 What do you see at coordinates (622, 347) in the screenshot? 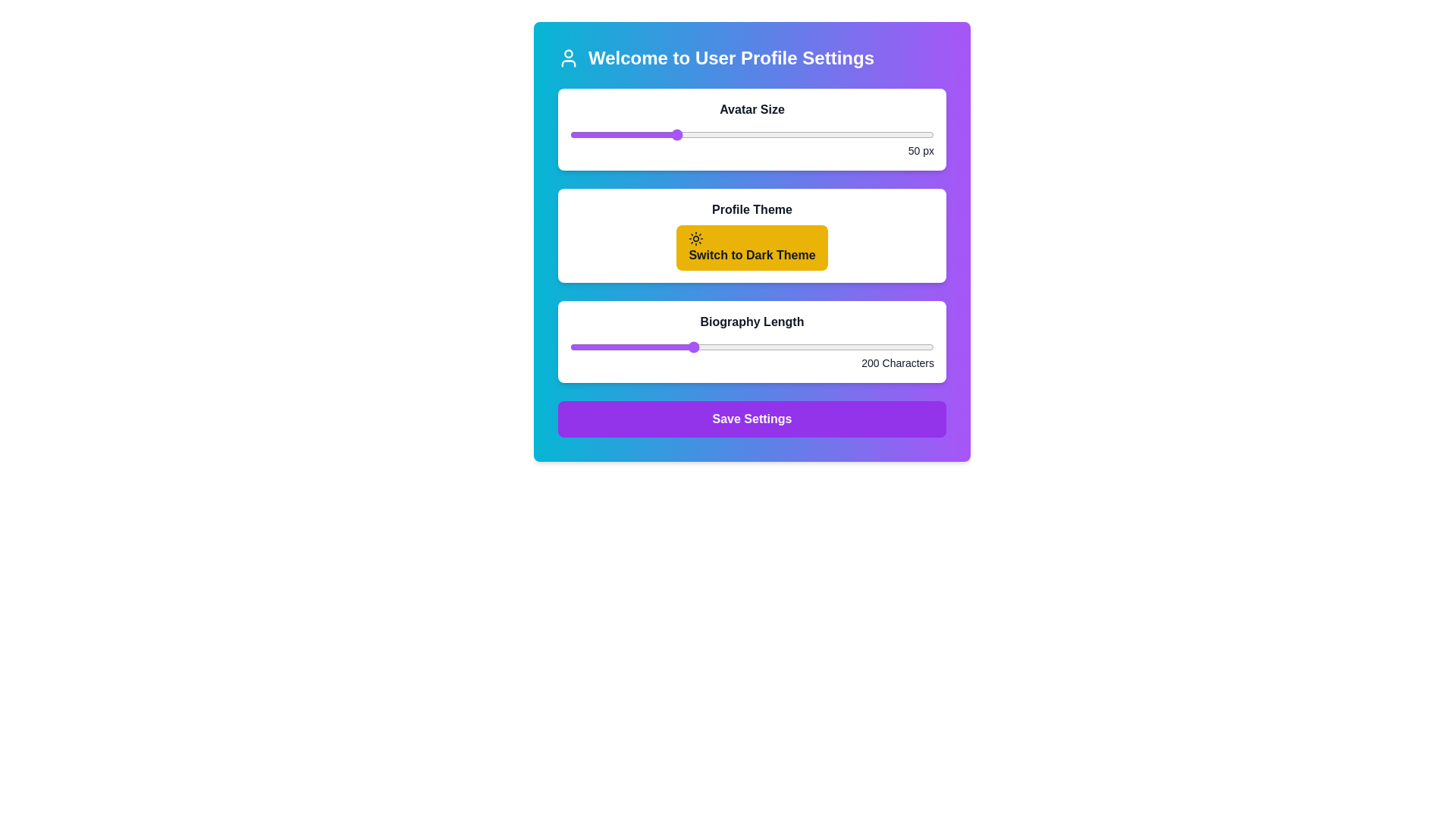
I see `the biography length` at bounding box center [622, 347].